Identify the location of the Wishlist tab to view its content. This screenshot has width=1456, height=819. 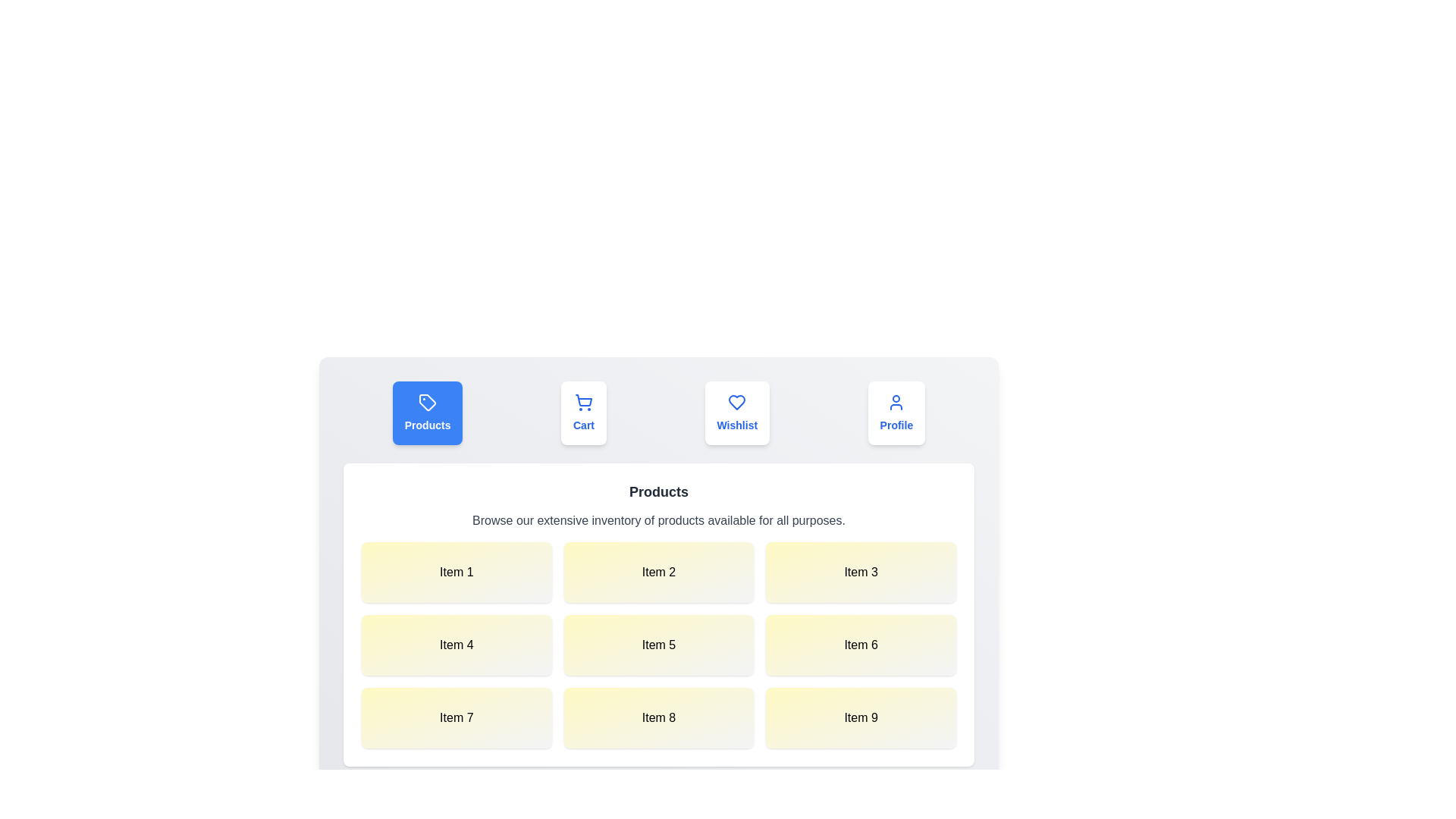
(736, 413).